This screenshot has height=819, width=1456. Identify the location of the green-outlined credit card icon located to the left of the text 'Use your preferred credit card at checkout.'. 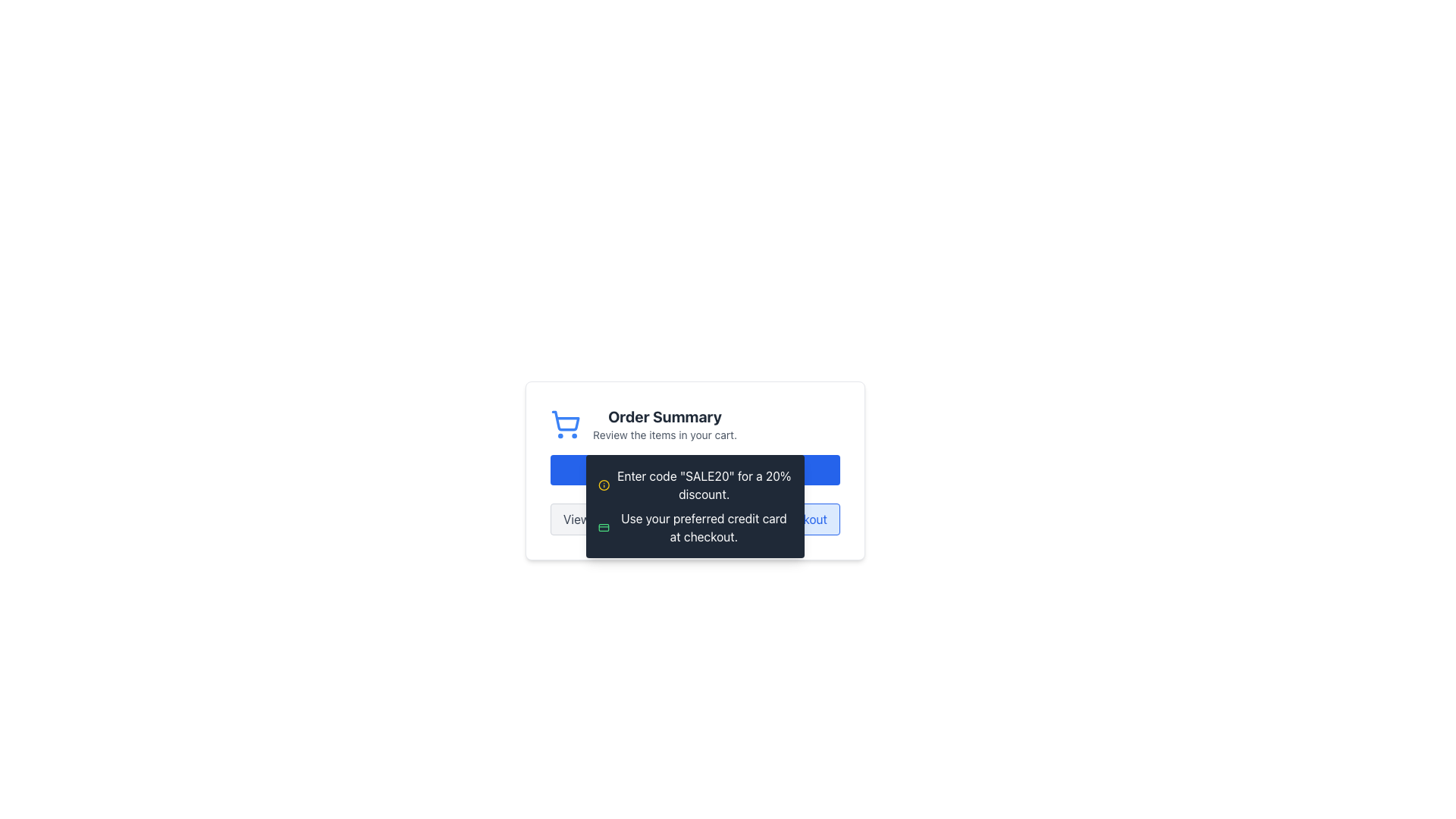
(603, 526).